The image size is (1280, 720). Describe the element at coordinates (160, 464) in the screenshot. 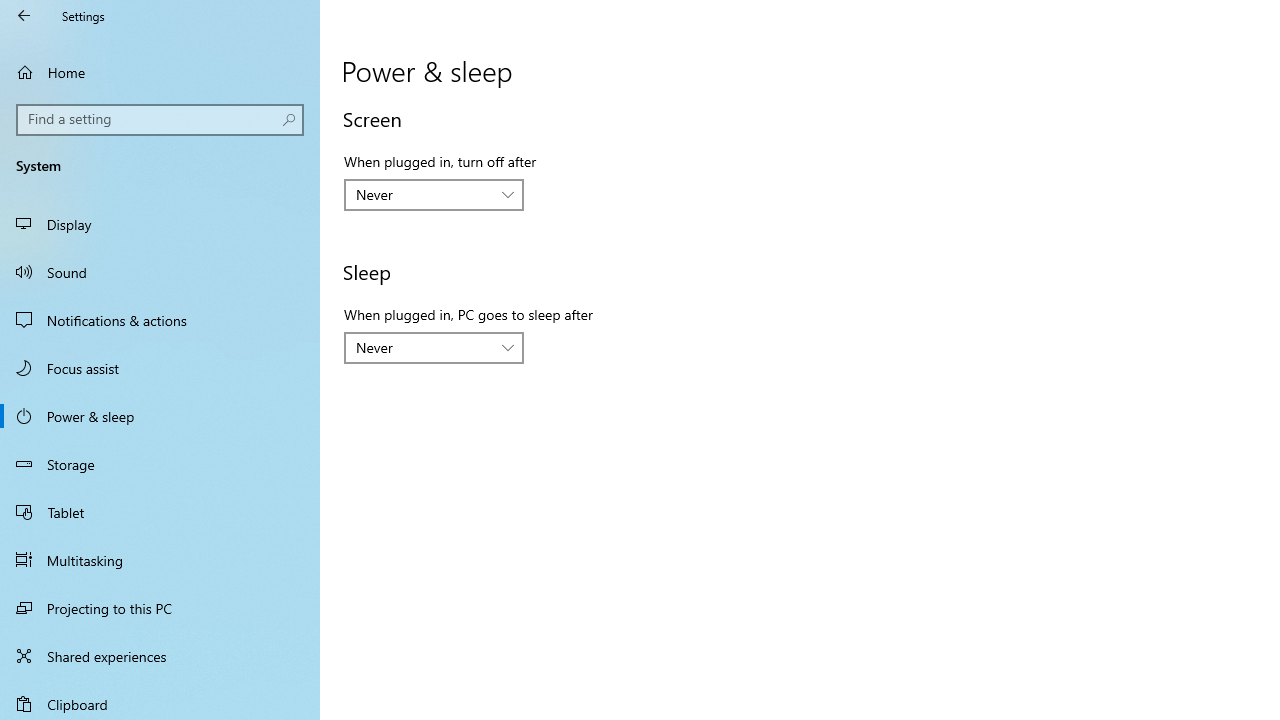

I see `'Storage'` at that location.